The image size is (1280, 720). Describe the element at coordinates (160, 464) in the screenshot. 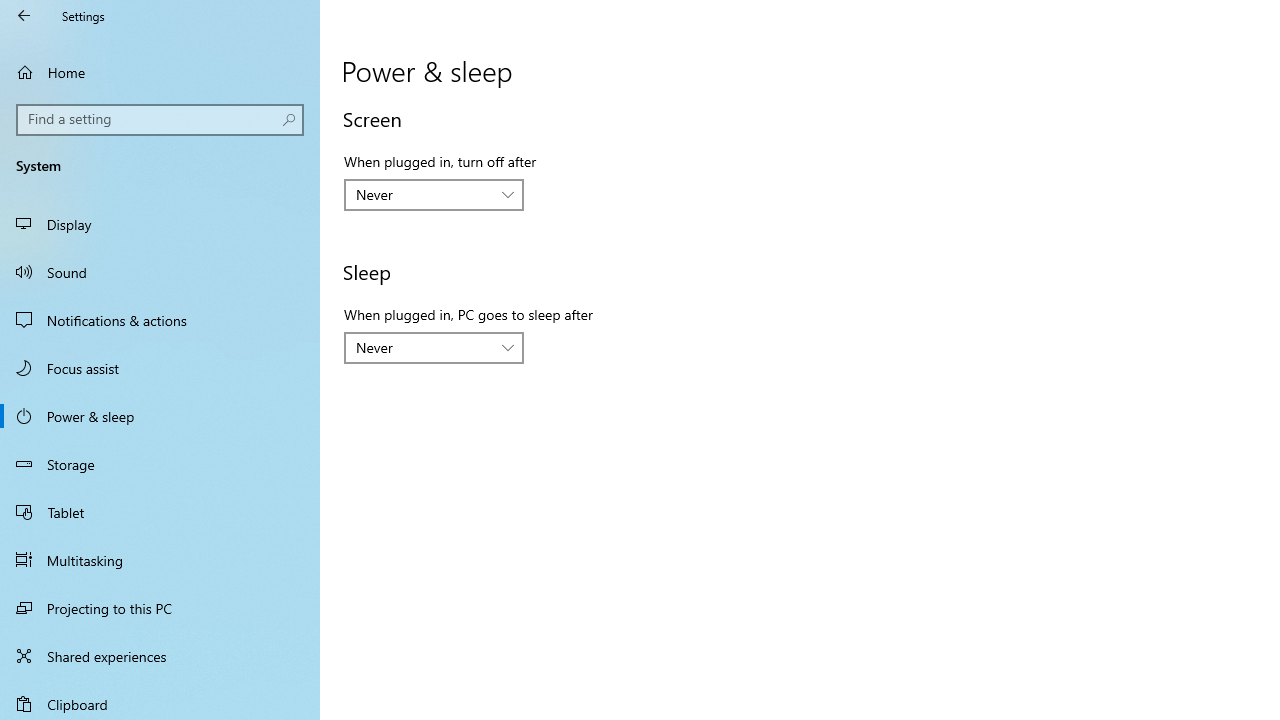

I see `'Storage'` at that location.